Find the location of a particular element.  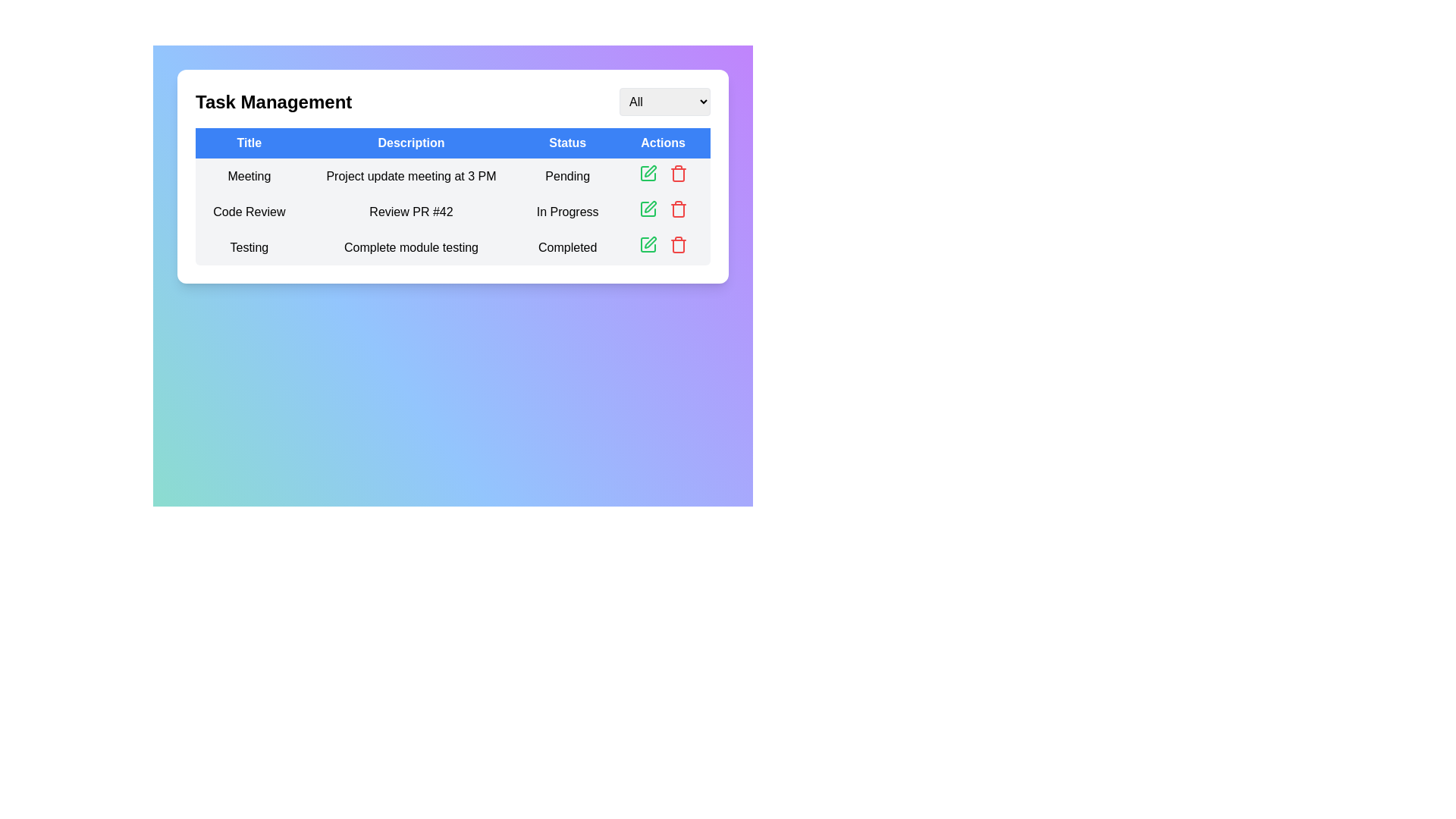

the table cell displaying 'Code Review' in bold font under the 'Title' column is located at coordinates (249, 212).